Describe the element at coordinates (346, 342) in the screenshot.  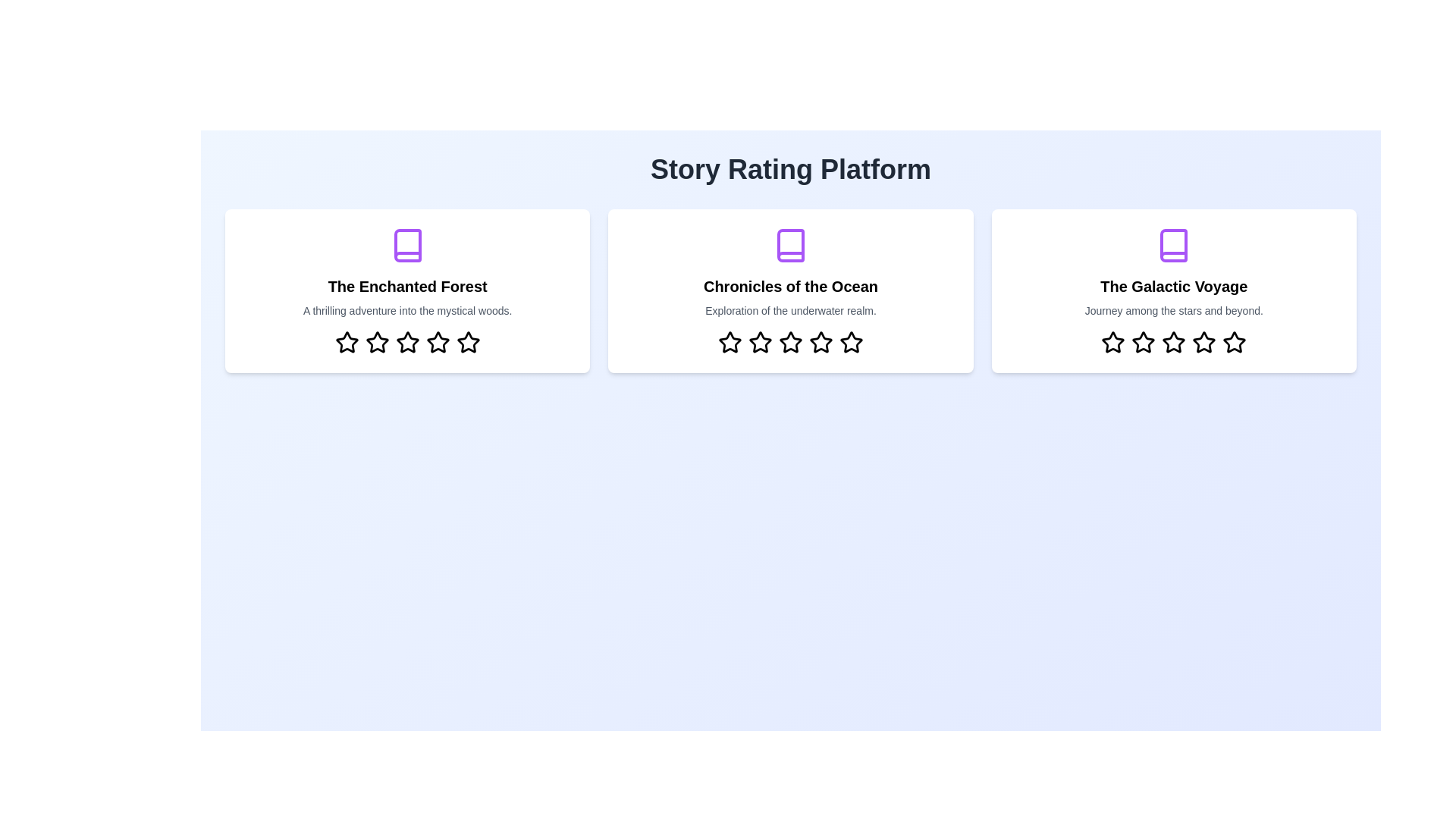
I see `the star corresponding to 1 rating in the 'The Enchanted Forest' story card` at that location.